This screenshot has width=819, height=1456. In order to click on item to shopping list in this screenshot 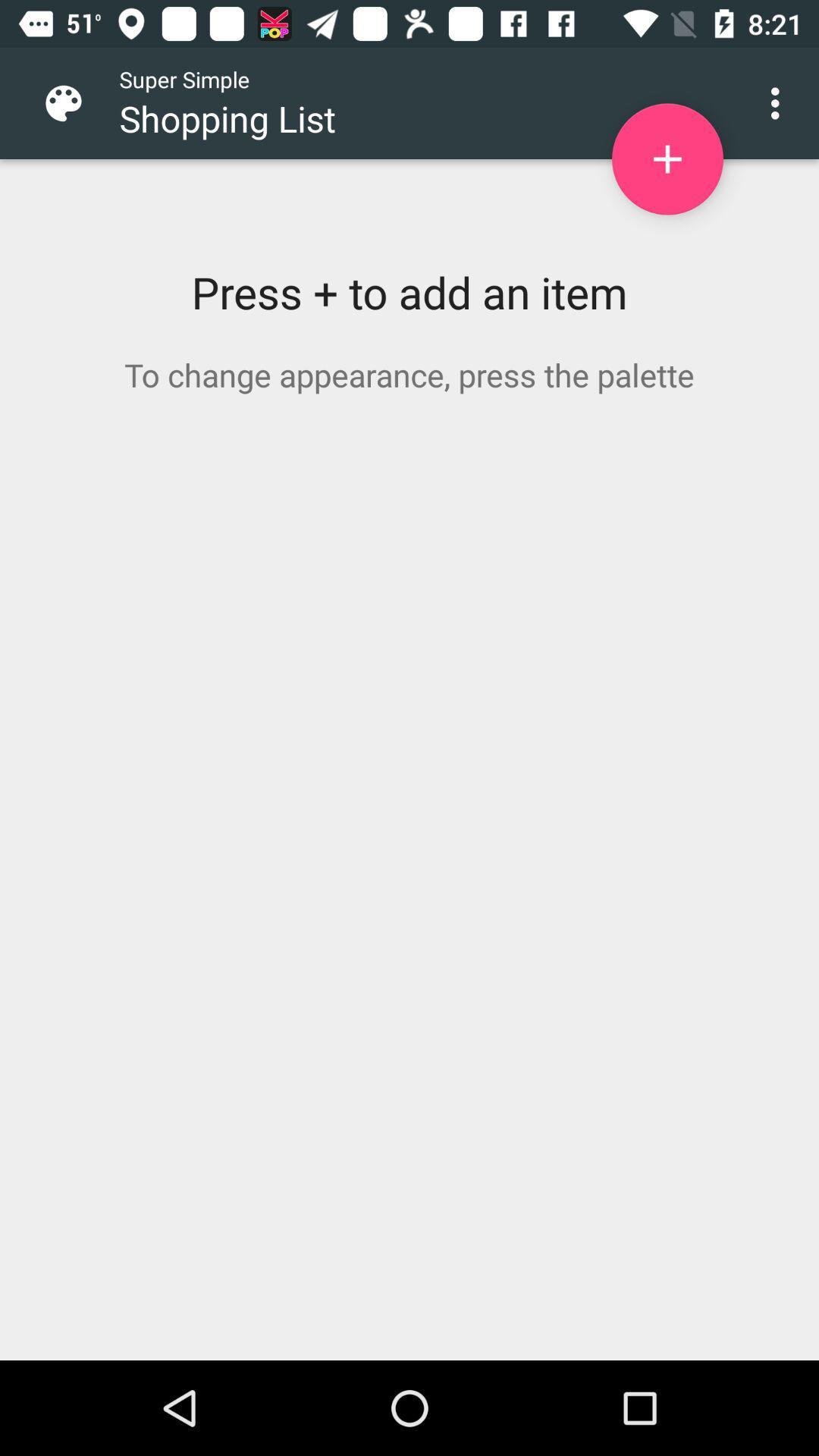, I will do `click(667, 159)`.